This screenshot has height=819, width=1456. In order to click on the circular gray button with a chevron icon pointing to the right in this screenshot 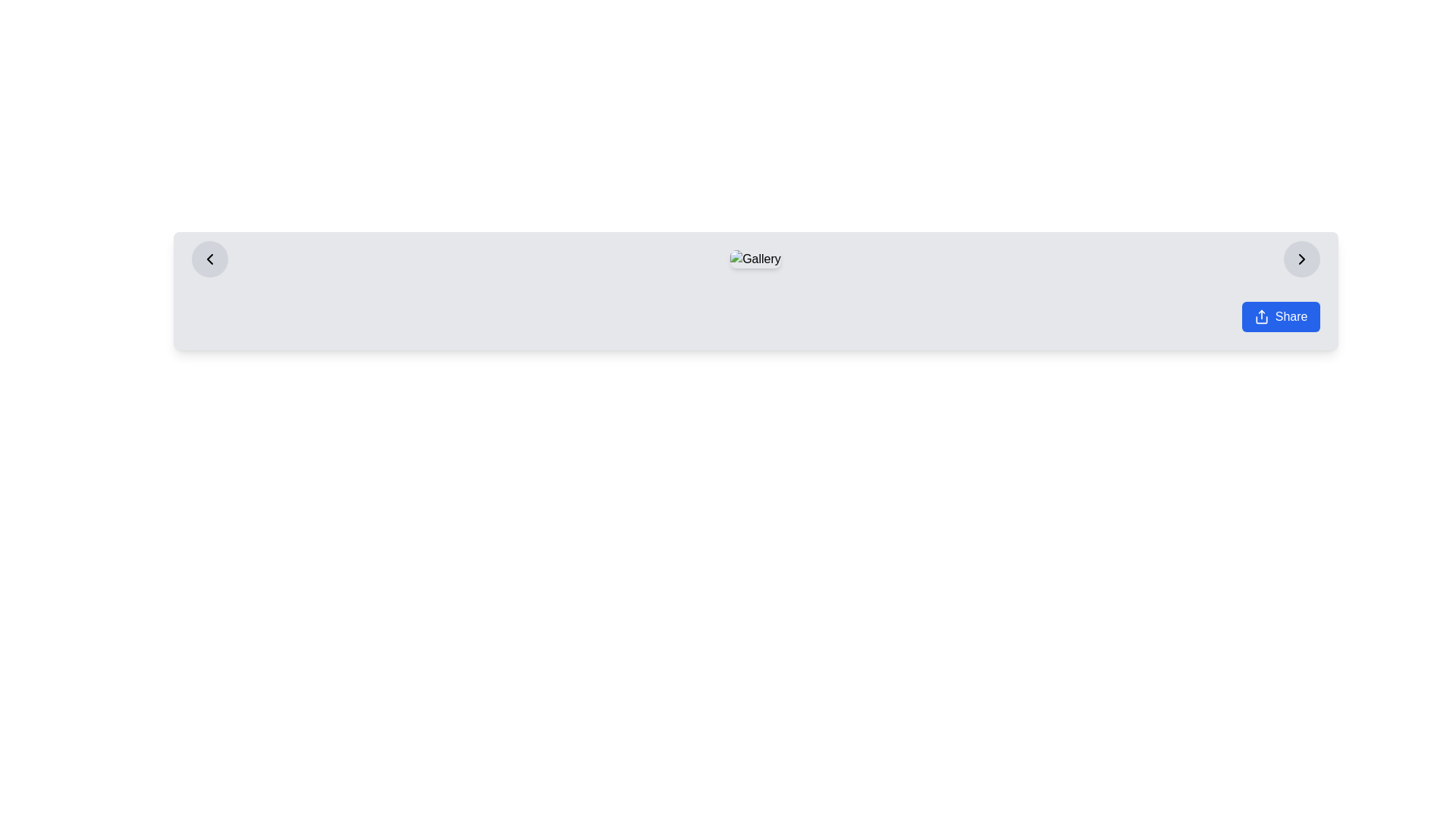, I will do `click(1301, 259)`.